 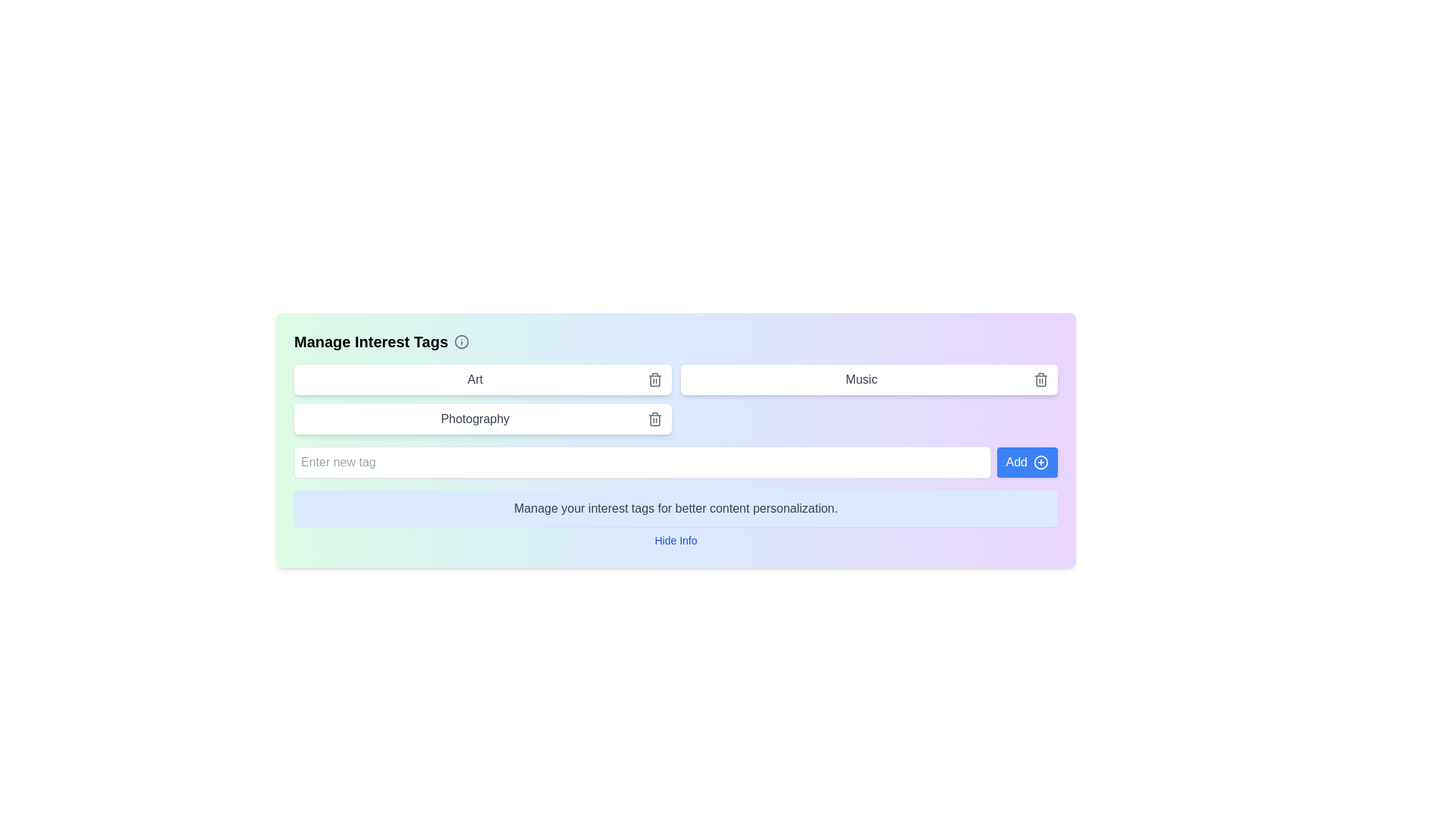 What do you see at coordinates (1040, 379) in the screenshot?
I see `the delete icon button located on the far right of the interest tag 'Music'` at bounding box center [1040, 379].